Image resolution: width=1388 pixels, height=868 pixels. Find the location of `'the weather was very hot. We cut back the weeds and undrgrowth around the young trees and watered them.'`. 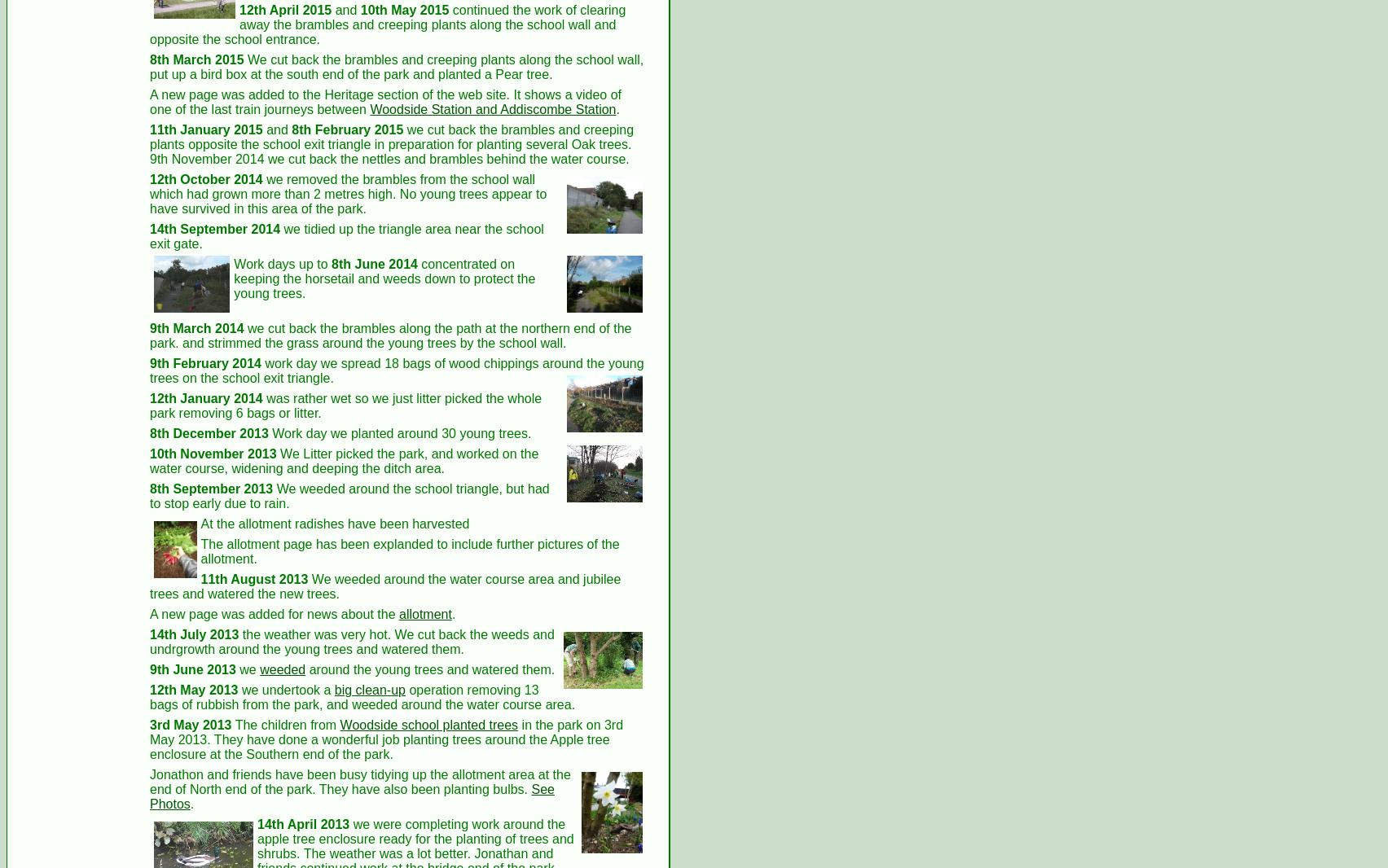

'the weather was very hot. We cut back the weeds and undrgrowth around the young trees and watered them.' is located at coordinates (351, 641).